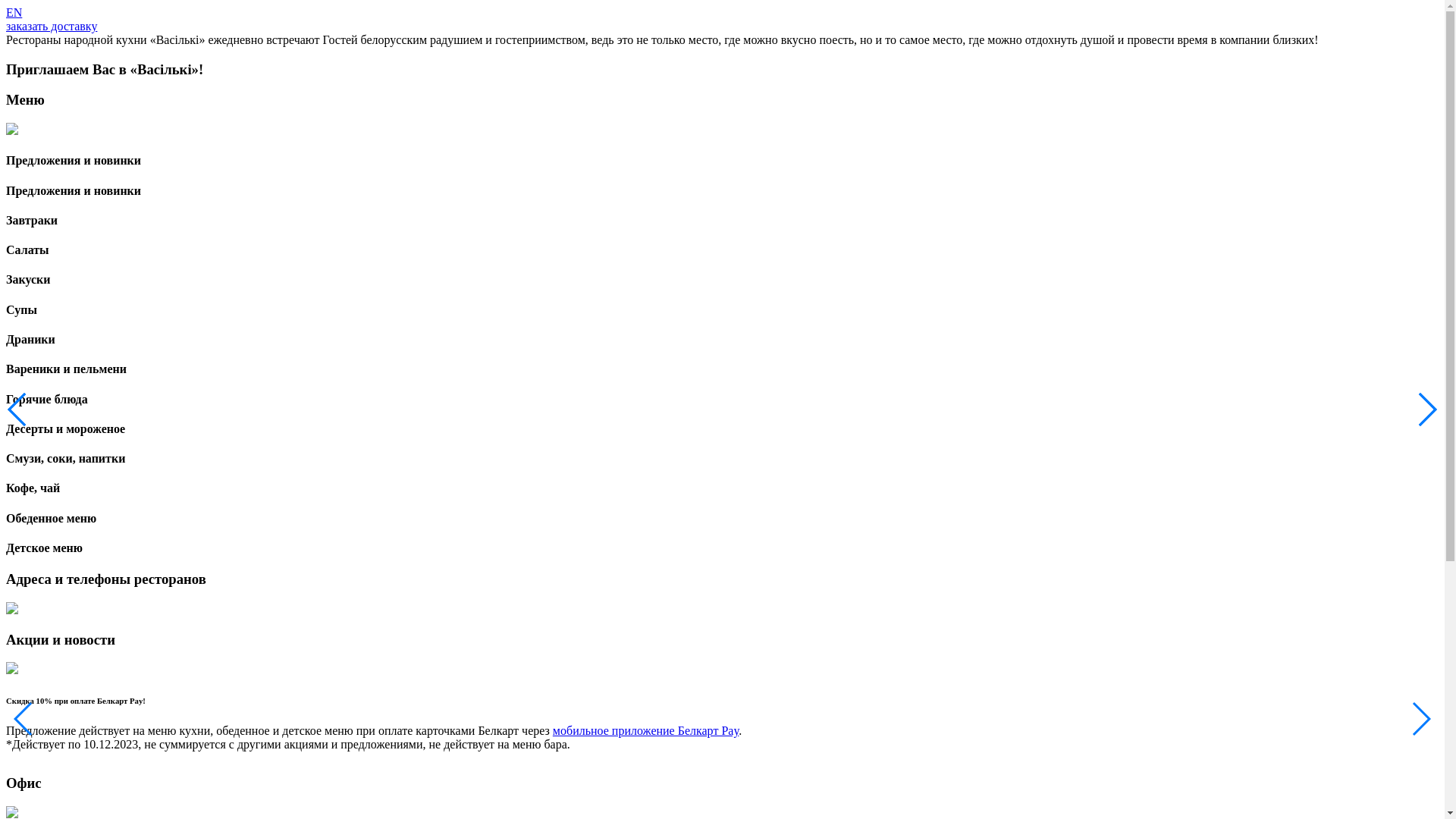  What do you see at coordinates (14, 12) in the screenshot?
I see `'EN'` at bounding box center [14, 12].